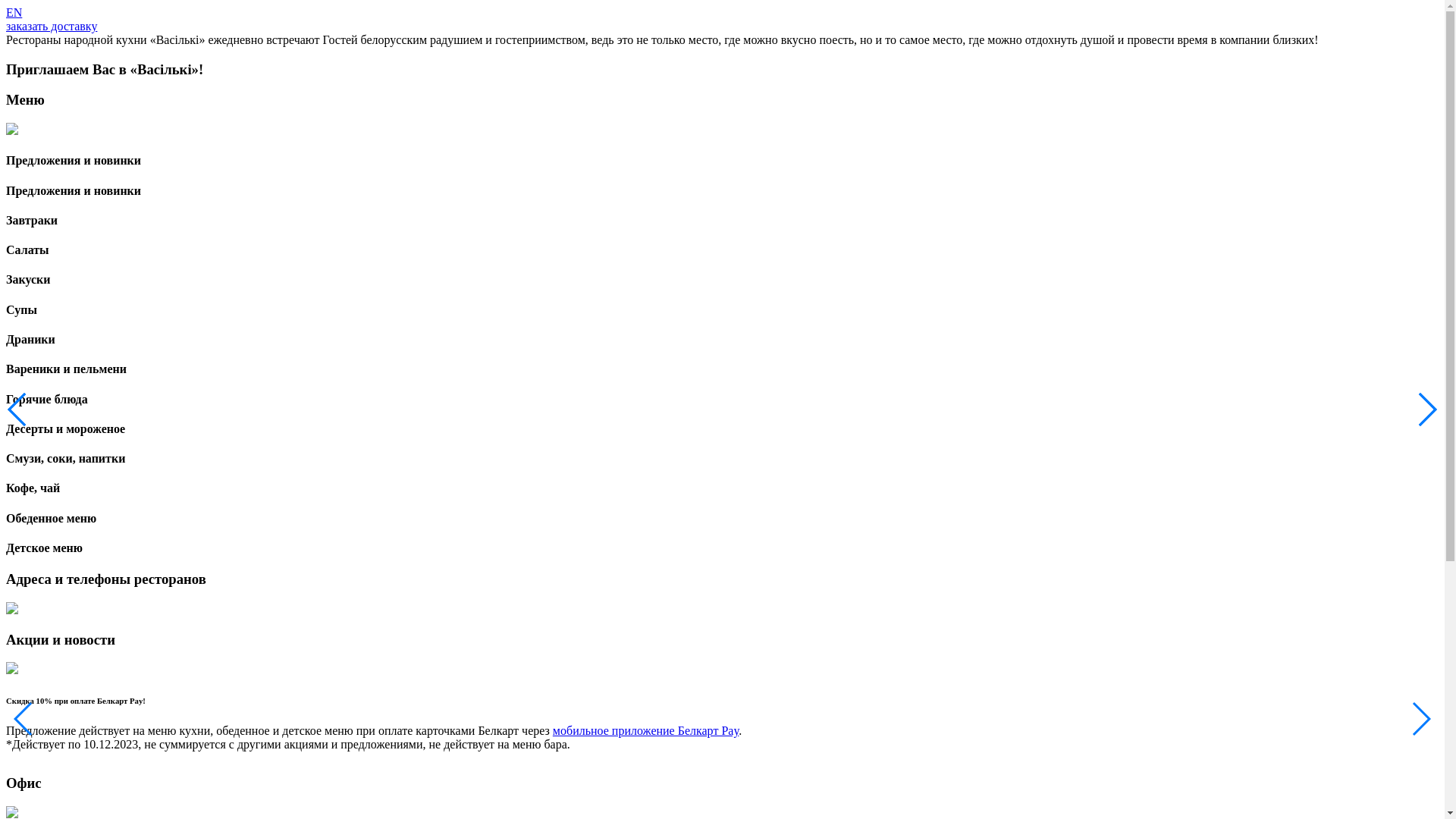  What do you see at coordinates (14, 12) in the screenshot?
I see `'EN'` at bounding box center [14, 12].